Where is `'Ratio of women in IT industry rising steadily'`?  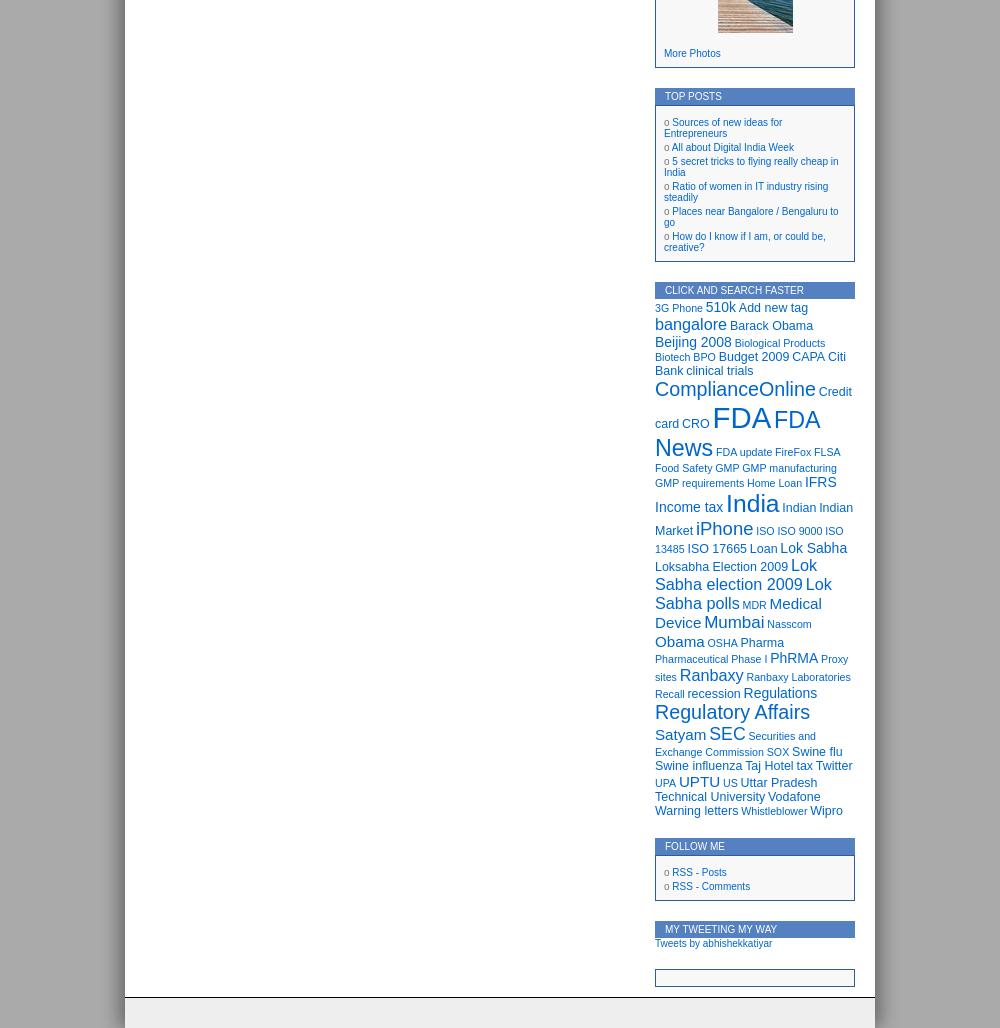 'Ratio of women in IT industry rising steadily' is located at coordinates (745, 192).